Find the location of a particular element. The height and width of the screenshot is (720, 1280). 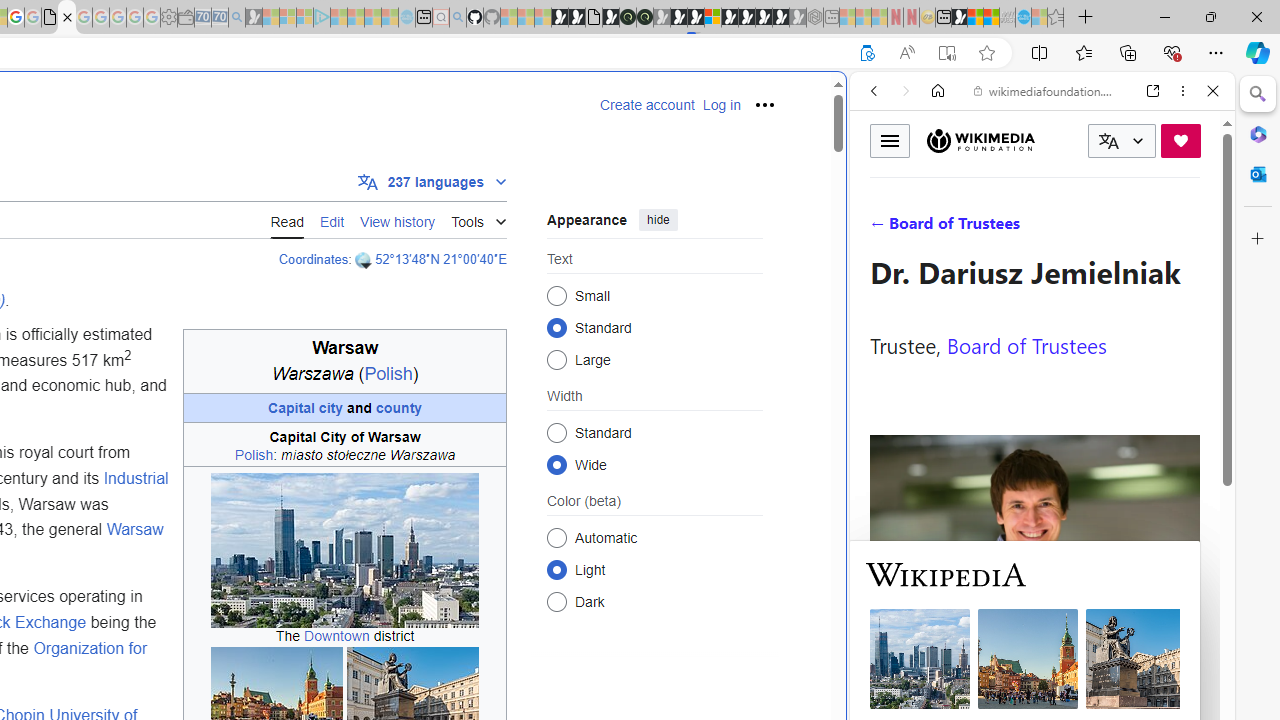

'Large' is located at coordinates (556, 358).